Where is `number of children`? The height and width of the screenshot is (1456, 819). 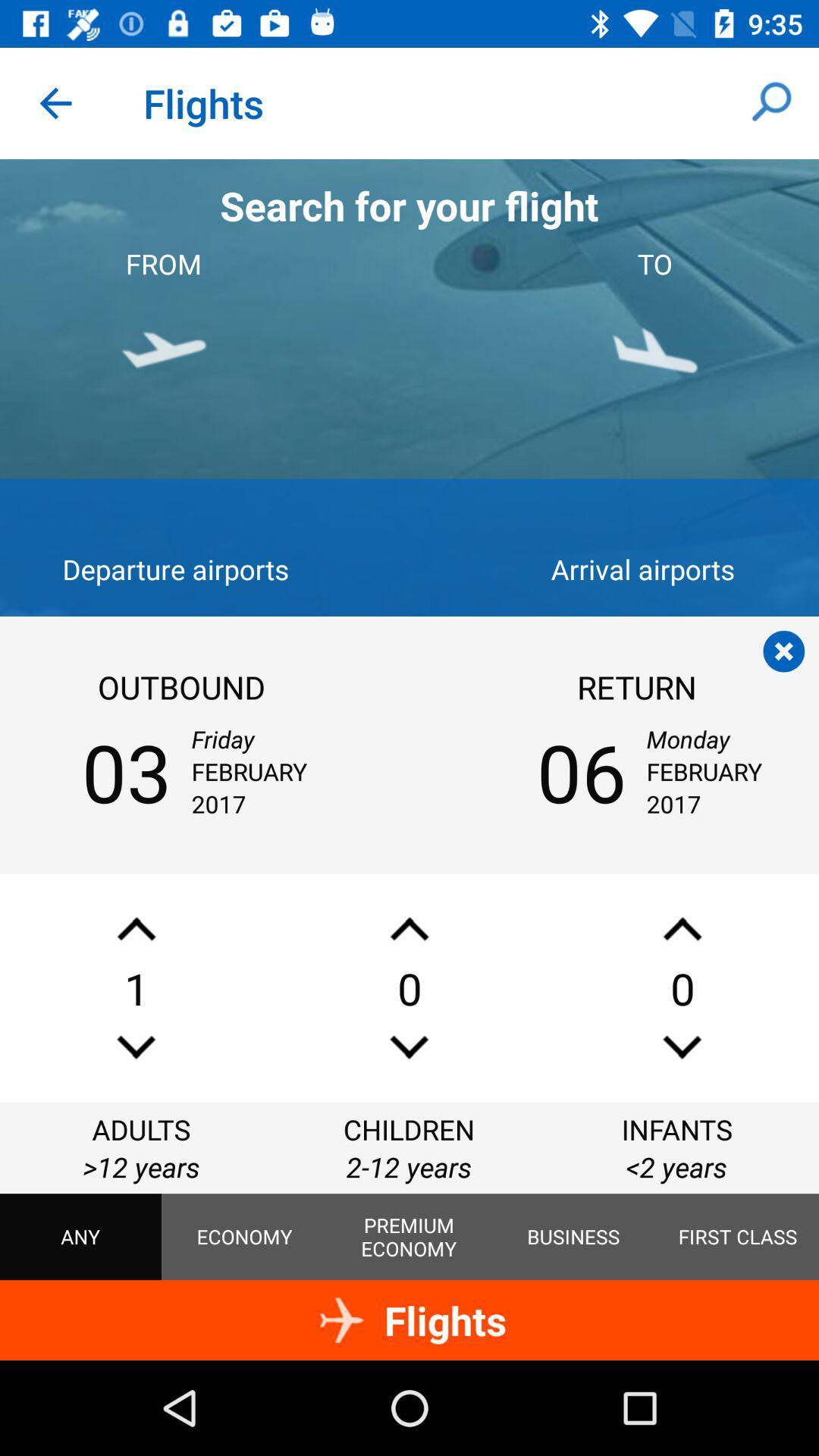 number of children is located at coordinates (409, 1046).